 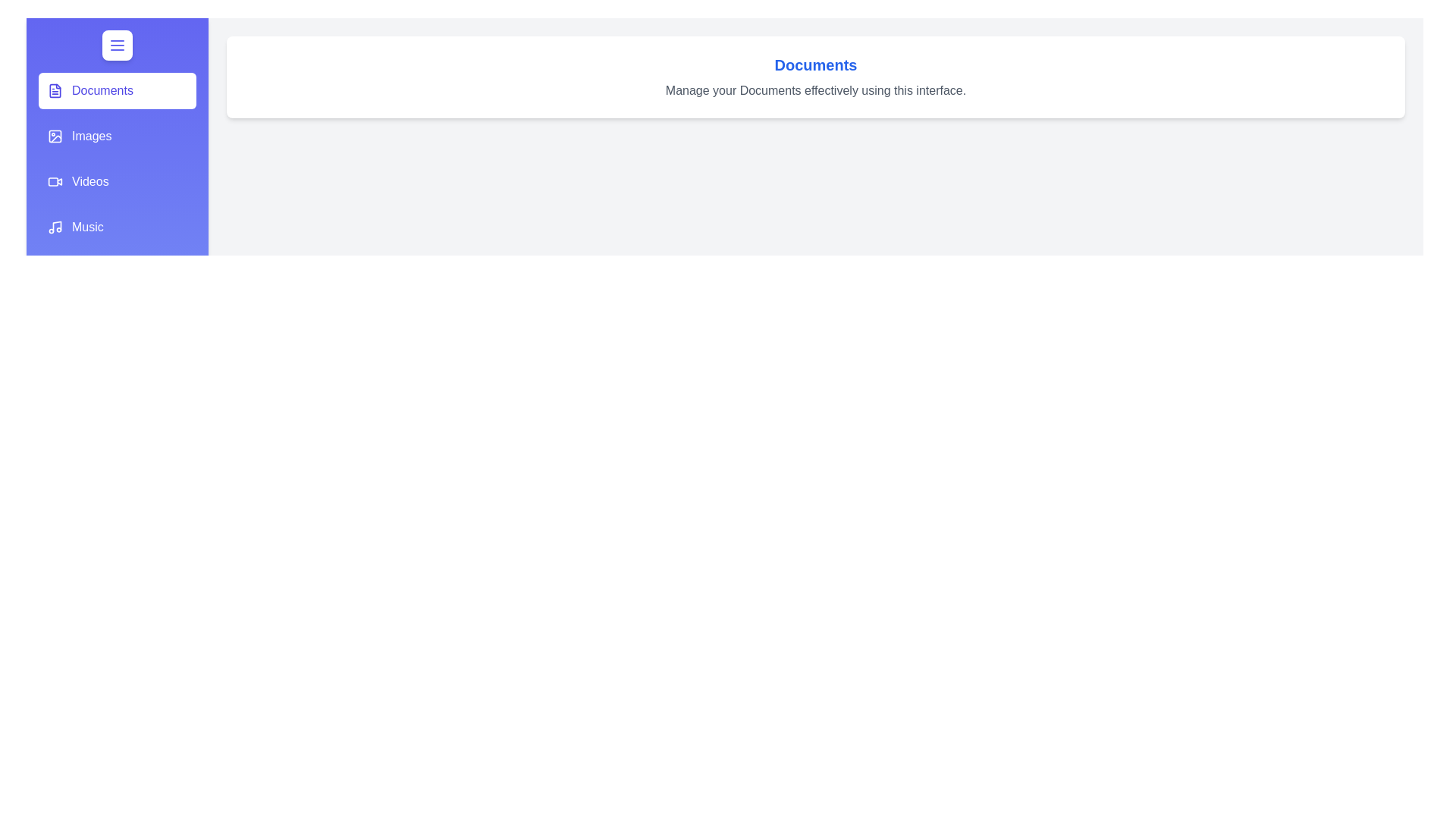 What do you see at coordinates (116, 45) in the screenshot?
I see `the menu button to toggle the drawer visibility` at bounding box center [116, 45].